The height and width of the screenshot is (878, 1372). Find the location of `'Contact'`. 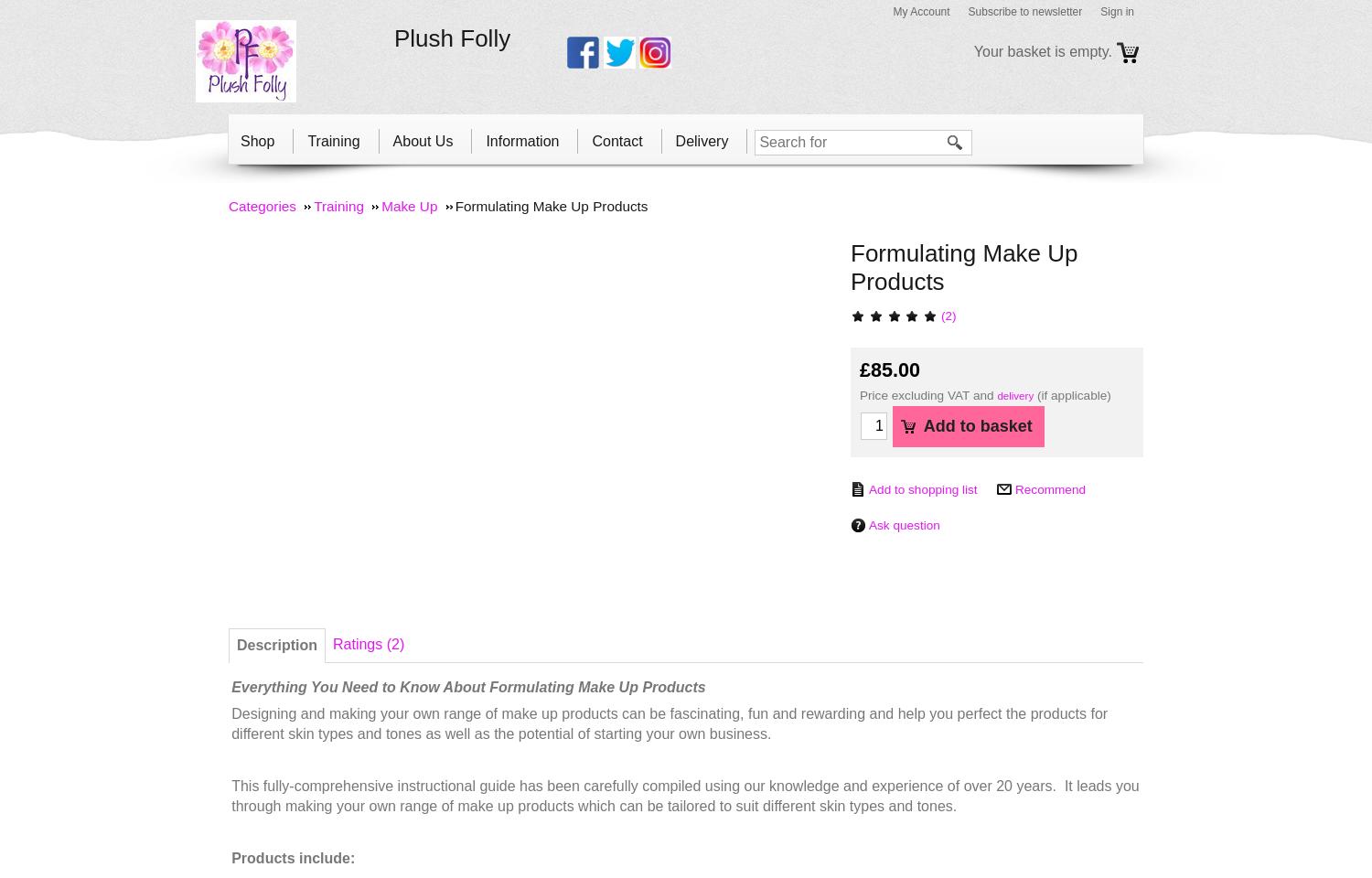

'Contact' is located at coordinates (616, 139).